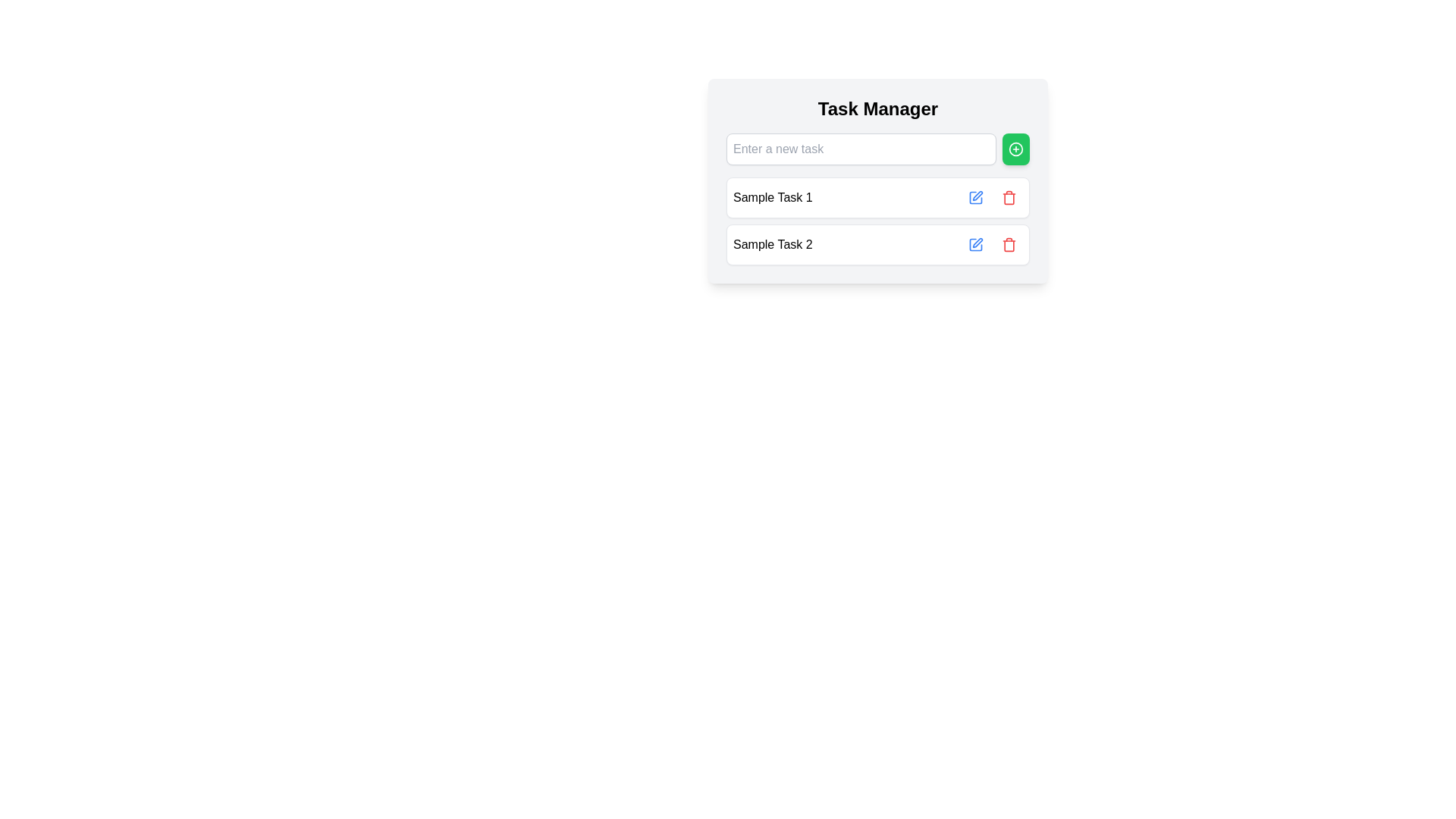 This screenshot has width=1456, height=819. What do you see at coordinates (773, 244) in the screenshot?
I see `the text label that displays the title of the second task entry in the Task Manager interface, which is centrally aligned within its task card` at bounding box center [773, 244].